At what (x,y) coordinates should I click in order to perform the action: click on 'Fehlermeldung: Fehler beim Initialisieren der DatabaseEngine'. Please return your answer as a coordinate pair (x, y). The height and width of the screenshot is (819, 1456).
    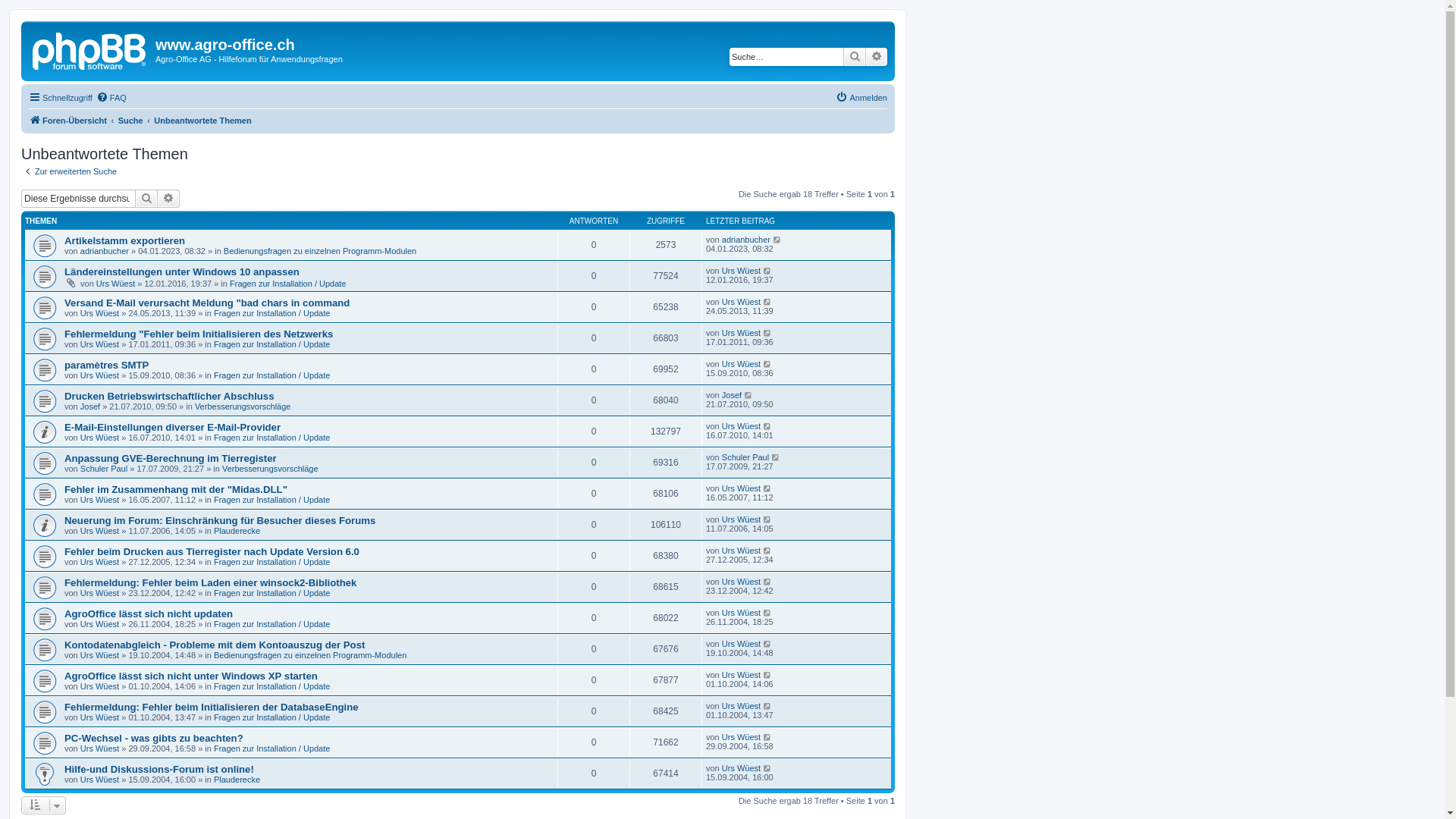
    Looking at the image, I should click on (210, 707).